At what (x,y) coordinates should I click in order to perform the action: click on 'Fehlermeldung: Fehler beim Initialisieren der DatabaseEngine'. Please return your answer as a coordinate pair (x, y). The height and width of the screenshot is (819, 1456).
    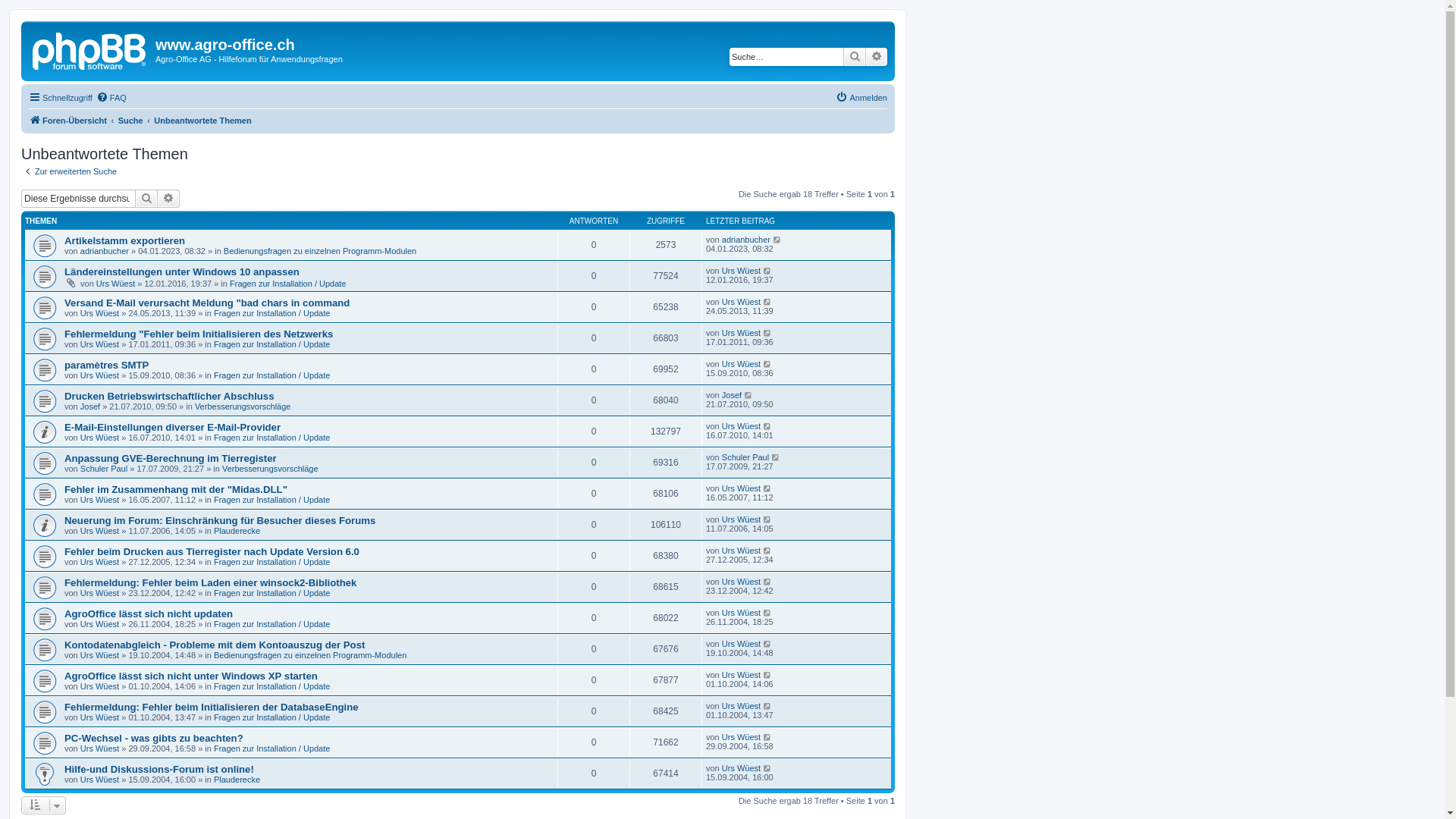
    Looking at the image, I should click on (210, 707).